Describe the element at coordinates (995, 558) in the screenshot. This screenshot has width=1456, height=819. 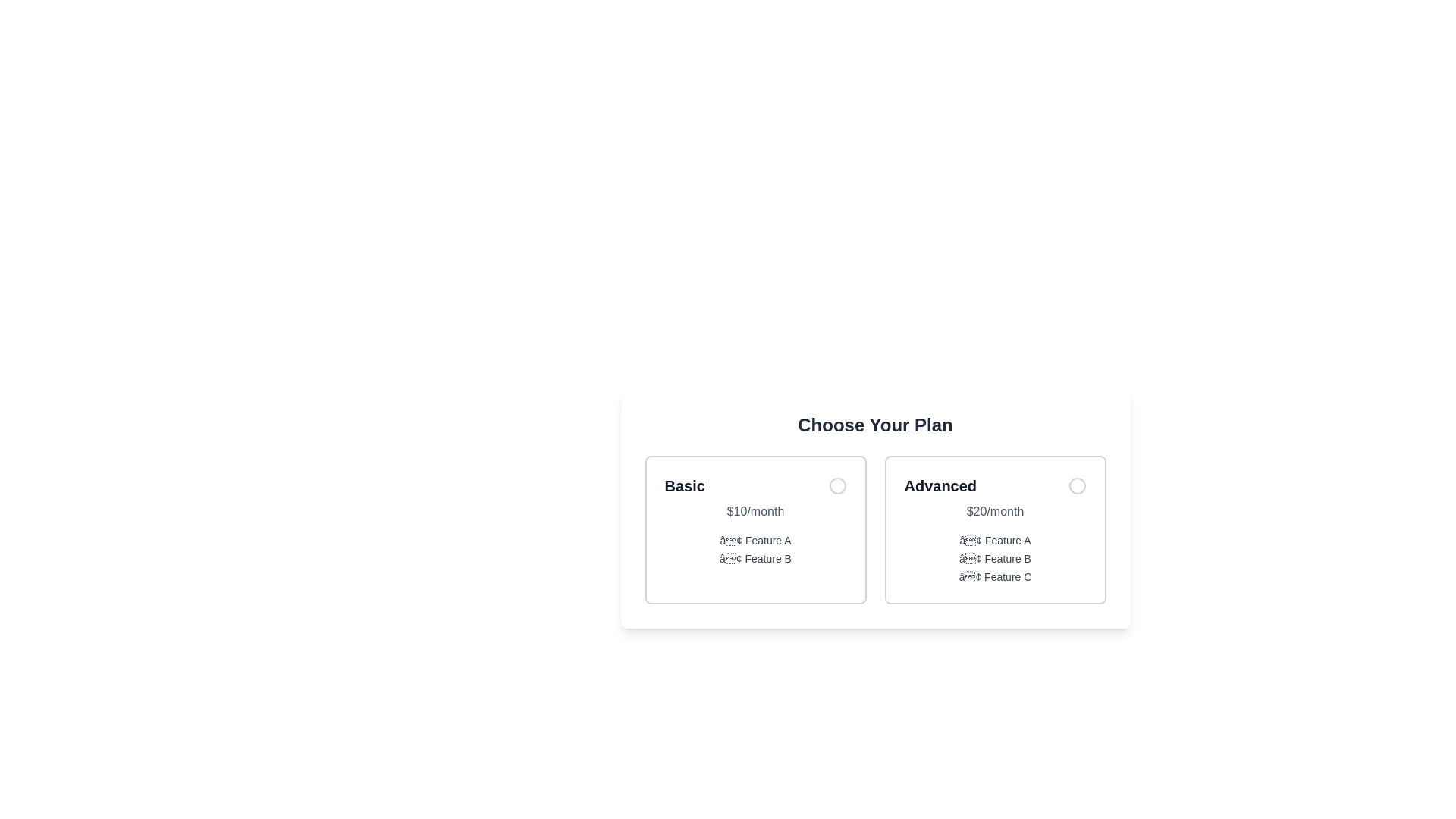
I see `the vertical text list containing bullet points labeled 'Feature A', 'Feature B', and 'Feature C', which is located within the 'Advanced $20/month' card, below the pricing text '$20/month'` at that location.